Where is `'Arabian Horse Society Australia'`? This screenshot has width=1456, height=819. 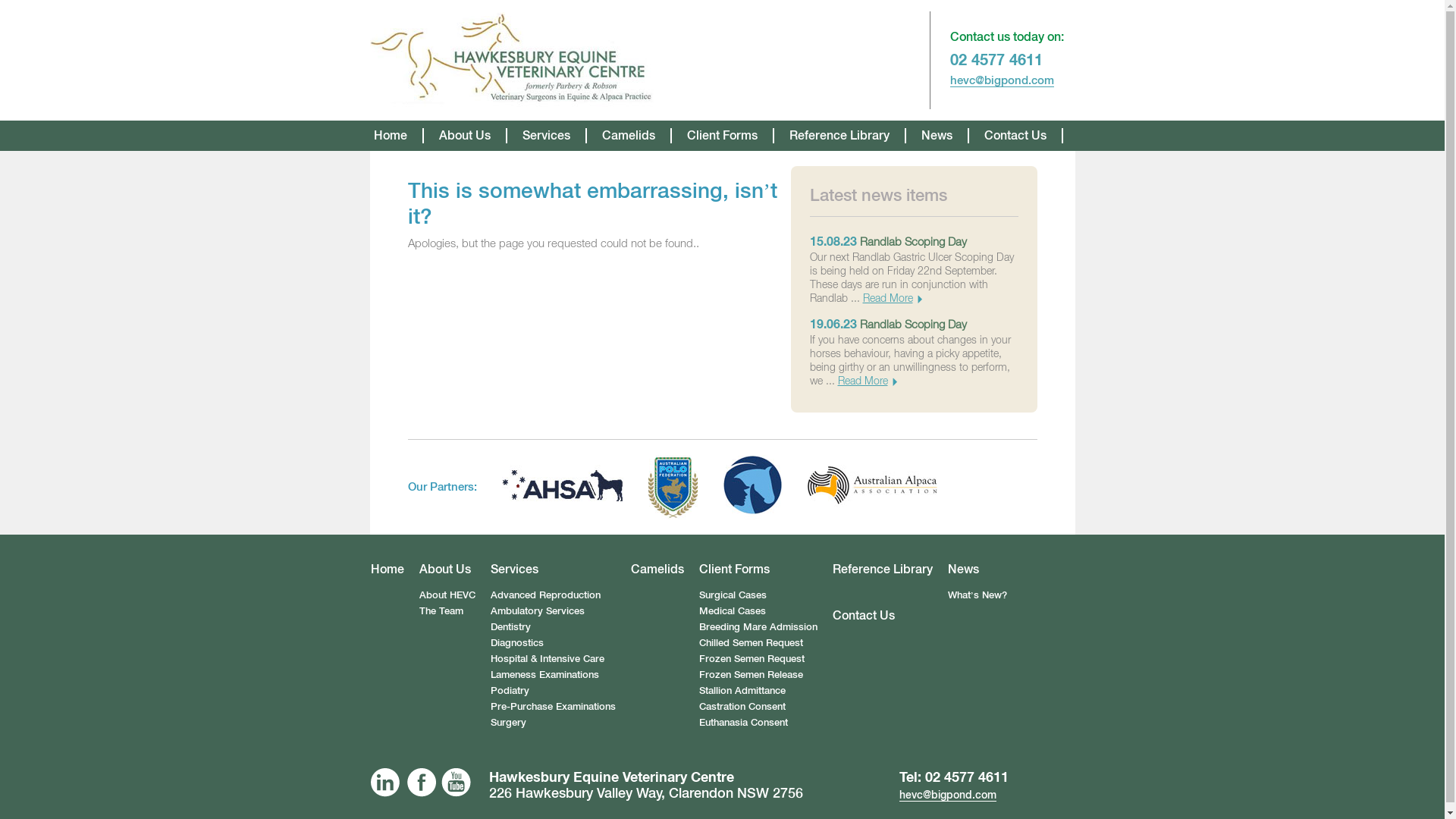
'Arabian Horse Society Australia' is located at coordinates (502, 487).